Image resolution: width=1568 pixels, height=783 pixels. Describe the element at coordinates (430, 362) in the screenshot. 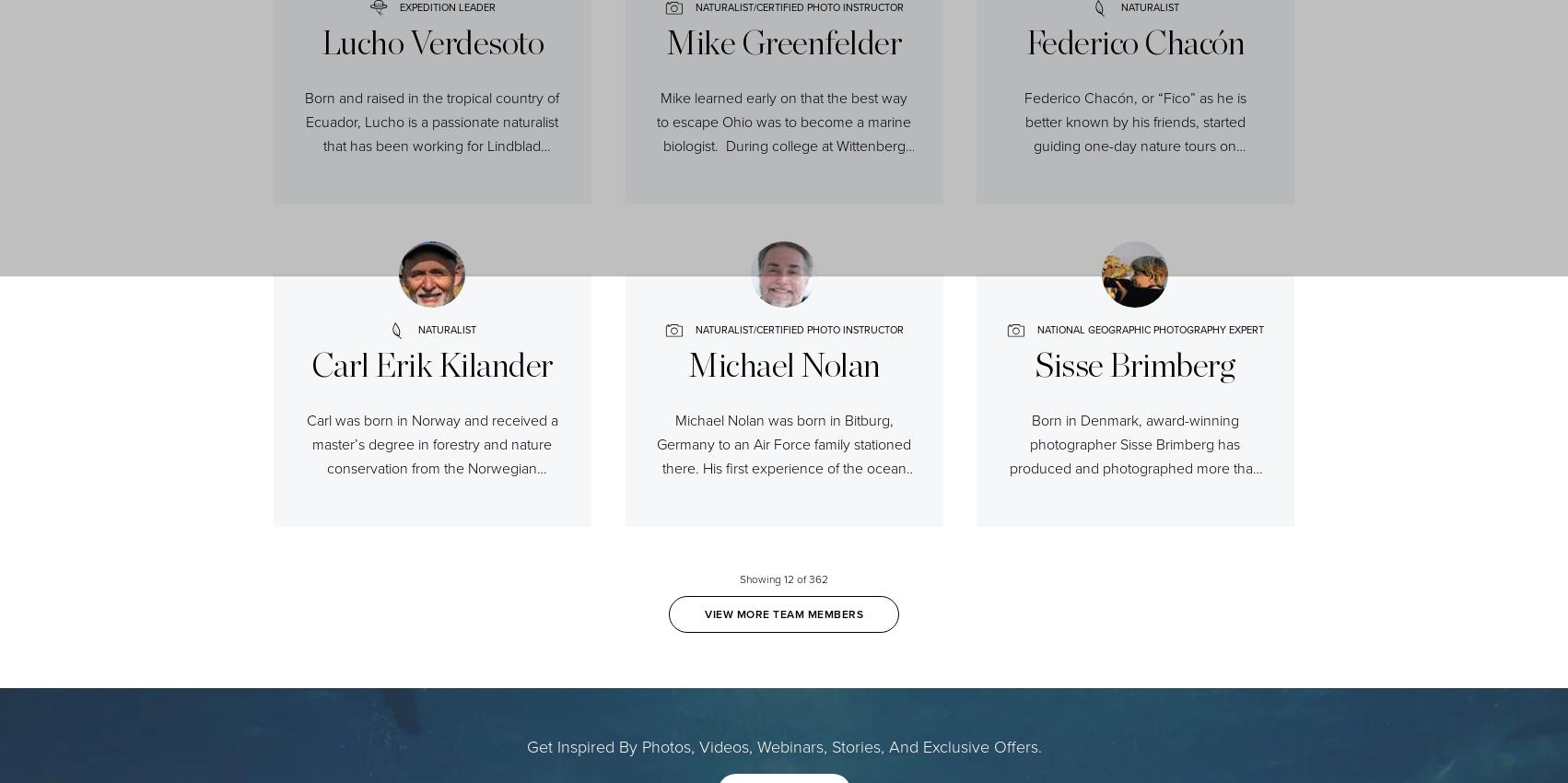

I see `'Carl Erik Kilander'` at that location.